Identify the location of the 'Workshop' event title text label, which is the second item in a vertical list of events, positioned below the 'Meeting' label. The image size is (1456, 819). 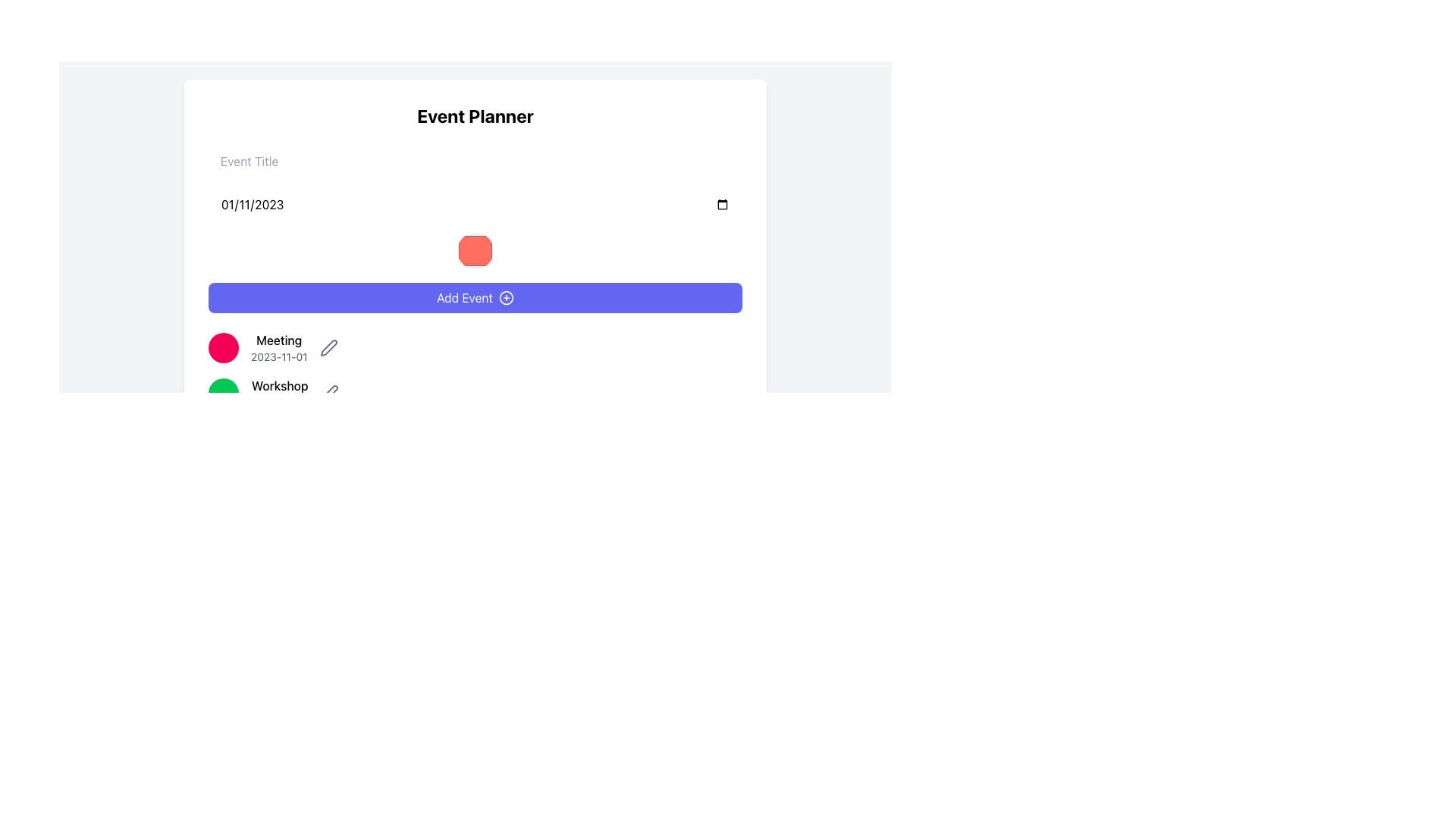
(280, 393).